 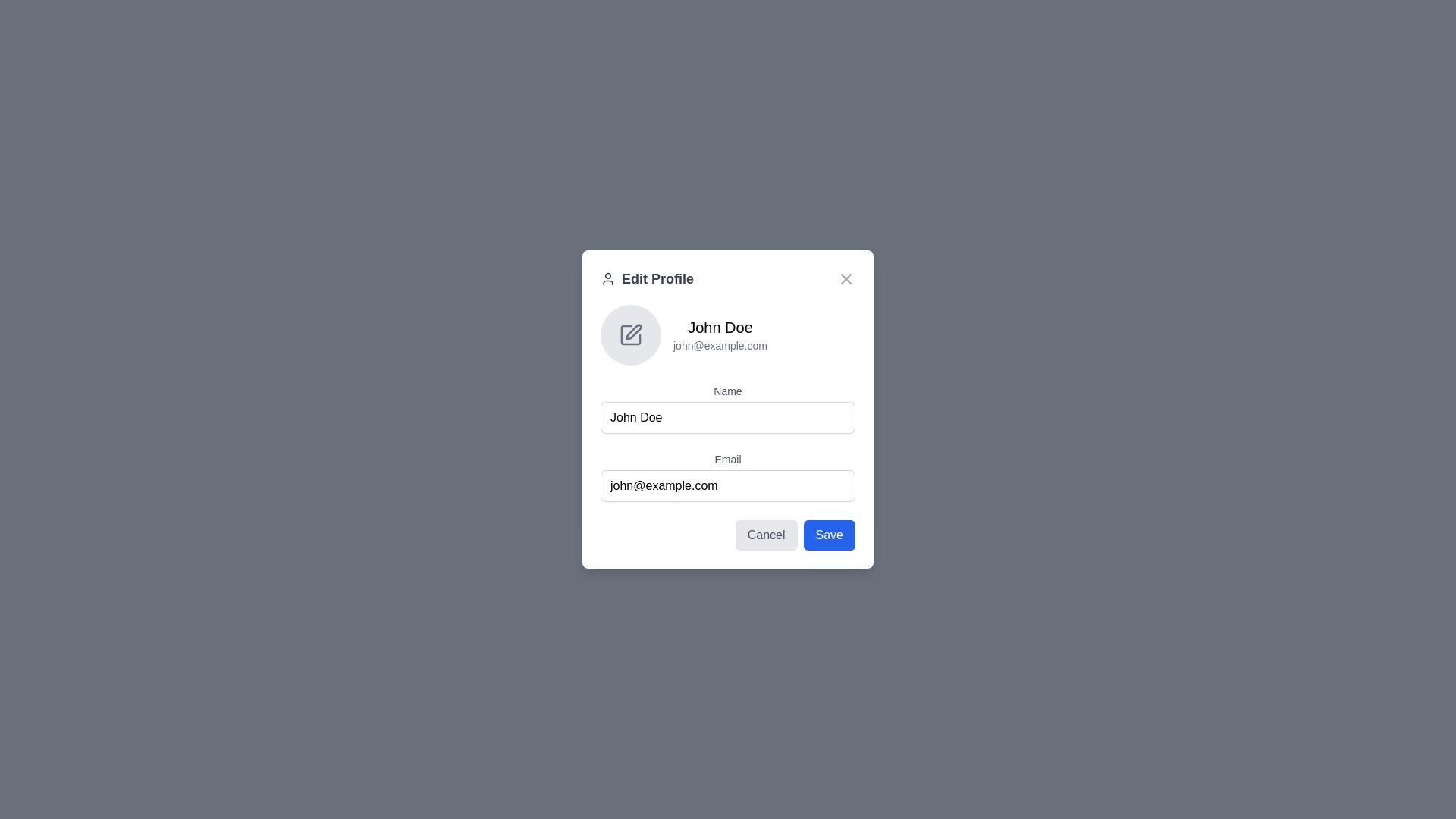 I want to click on the Text Section with Icon that contains 'John Doe' and 'john@example.com' in the 'Edit Profile' modal, so click(x=728, y=334).